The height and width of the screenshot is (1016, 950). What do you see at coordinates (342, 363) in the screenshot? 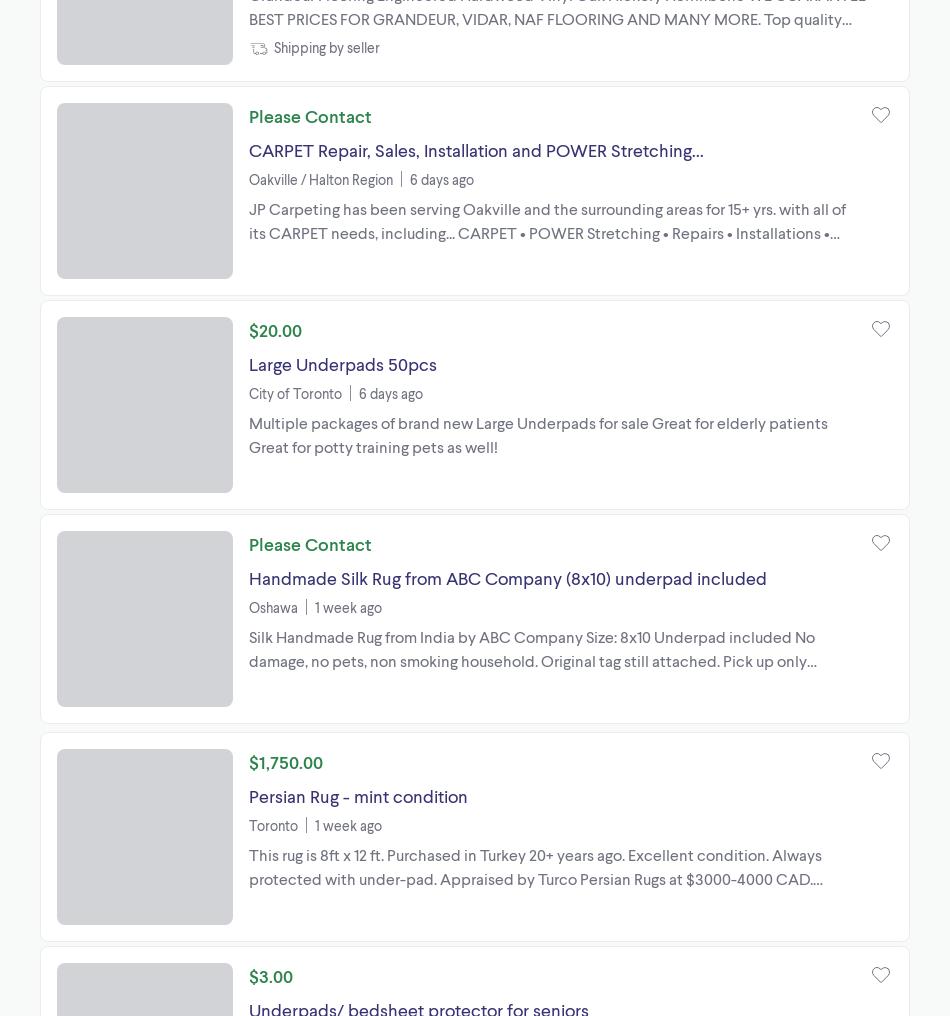
I see `'Large Underpads 50pcs'` at bounding box center [342, 363].